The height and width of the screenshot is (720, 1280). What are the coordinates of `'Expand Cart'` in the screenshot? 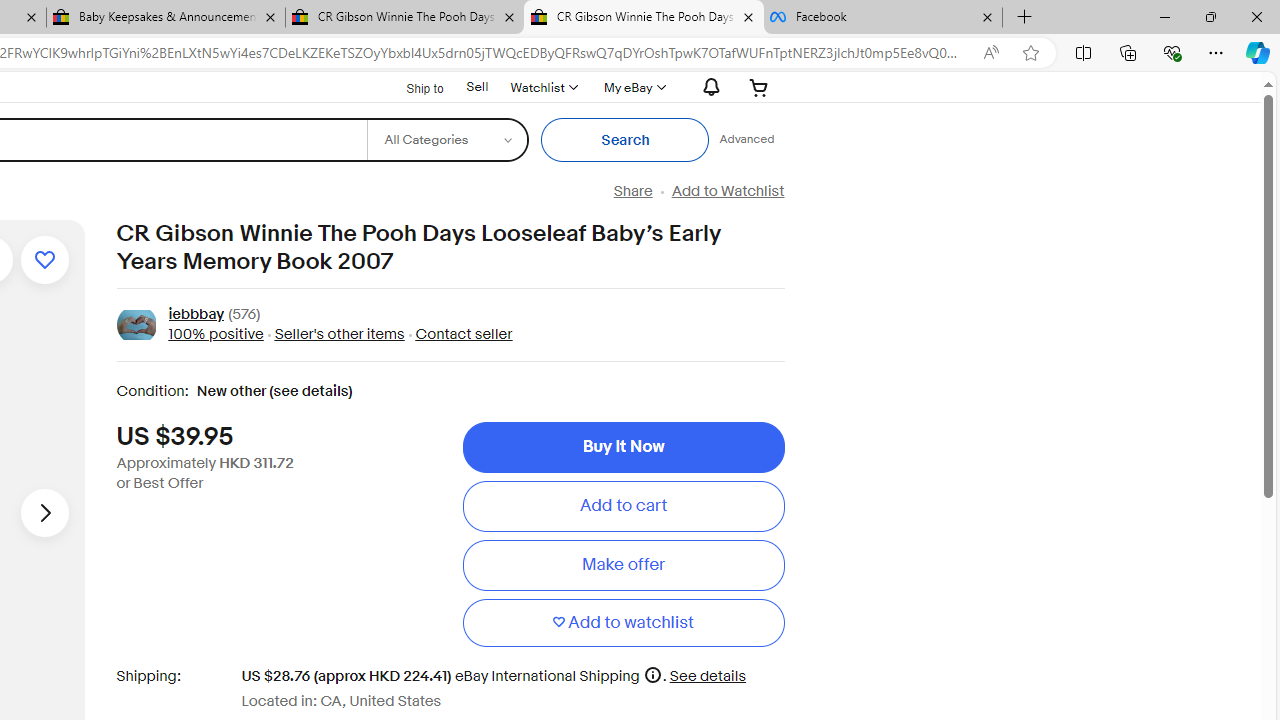 It's located at (758, 86).